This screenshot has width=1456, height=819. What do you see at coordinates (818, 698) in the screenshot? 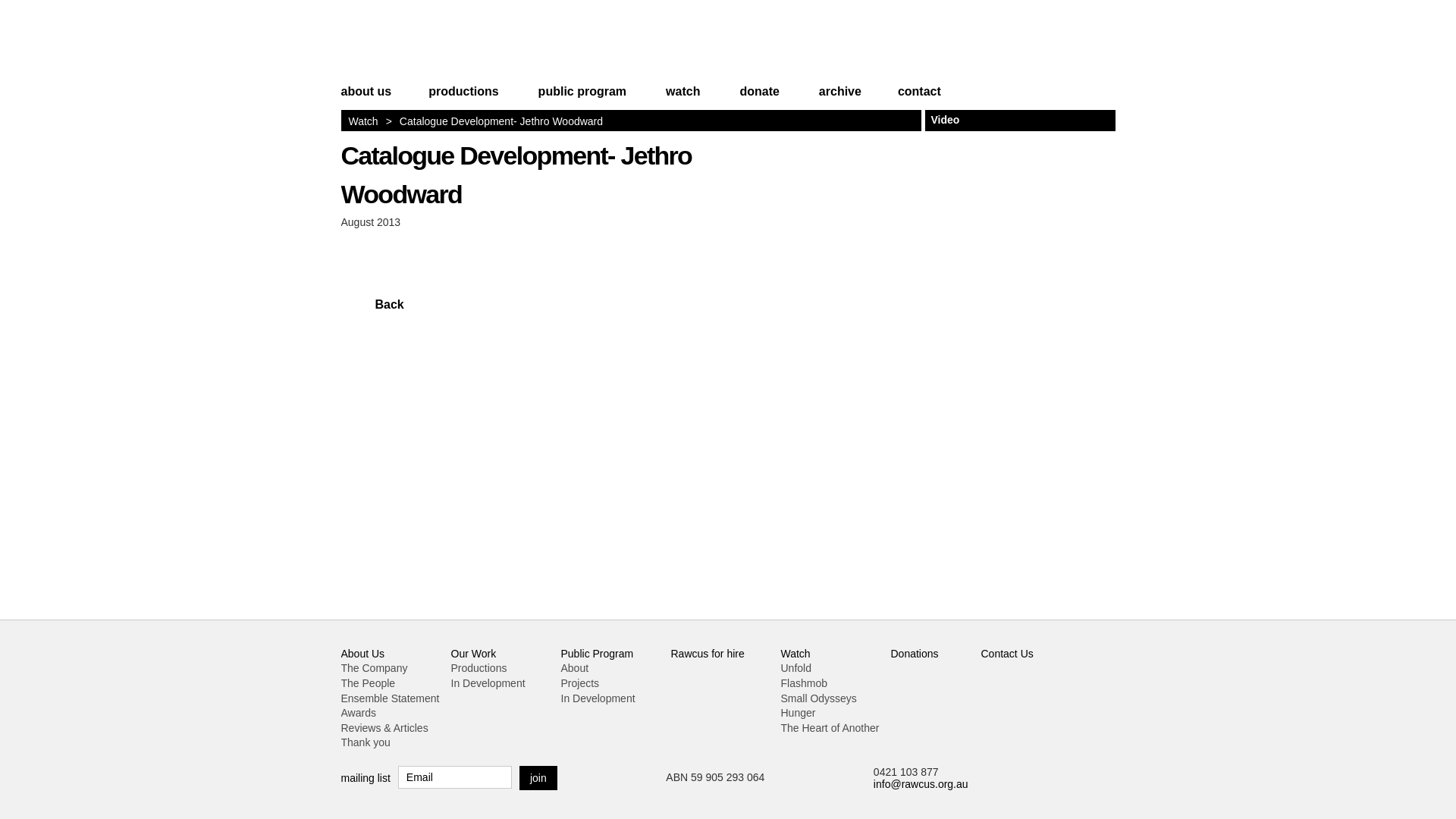
I see `'Small Odysseys'` at bounding box center [818, 698].